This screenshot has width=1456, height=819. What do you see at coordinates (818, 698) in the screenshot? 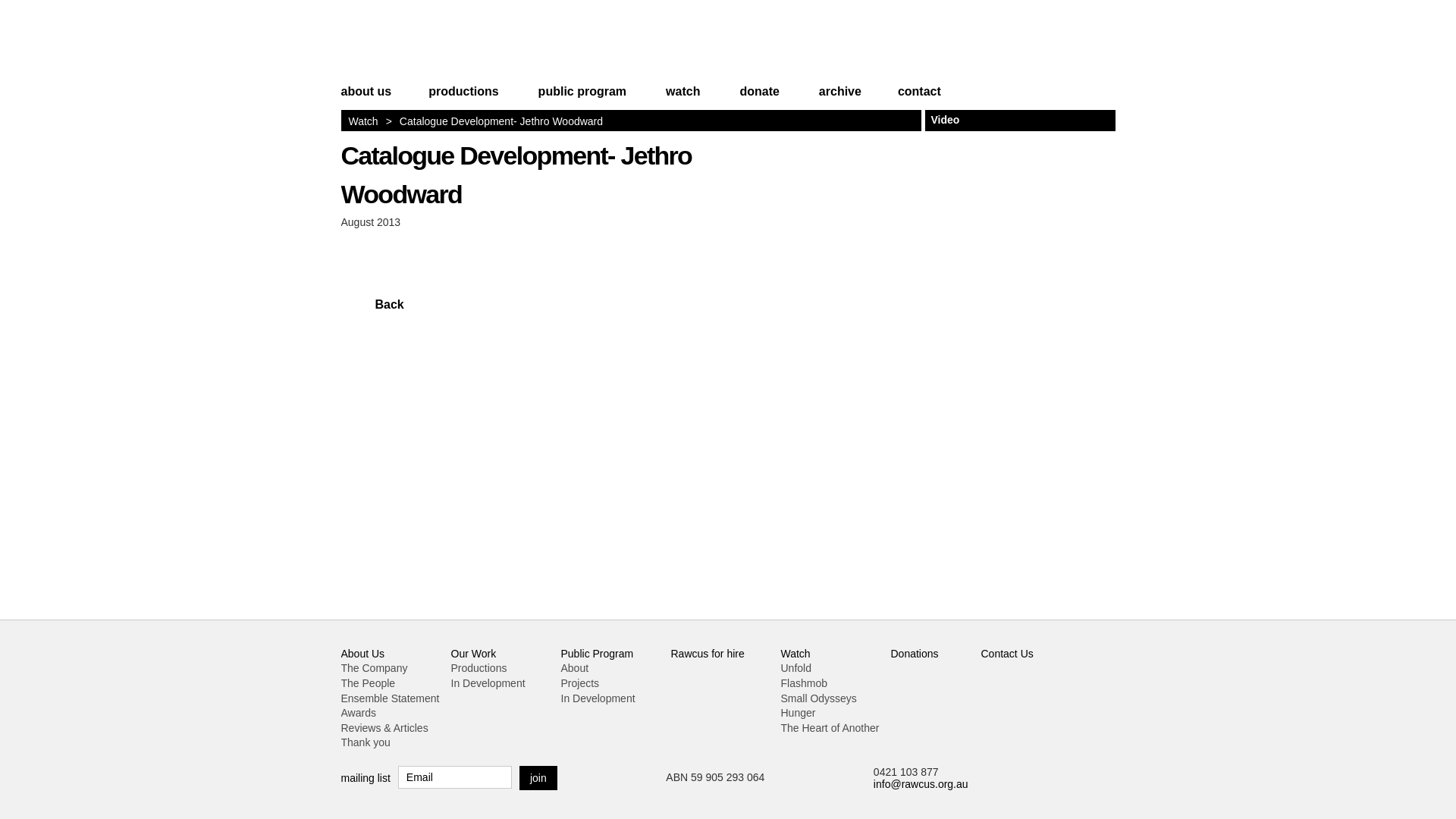
I see `'Small Odysseys'` at bounding box center [818, 698].